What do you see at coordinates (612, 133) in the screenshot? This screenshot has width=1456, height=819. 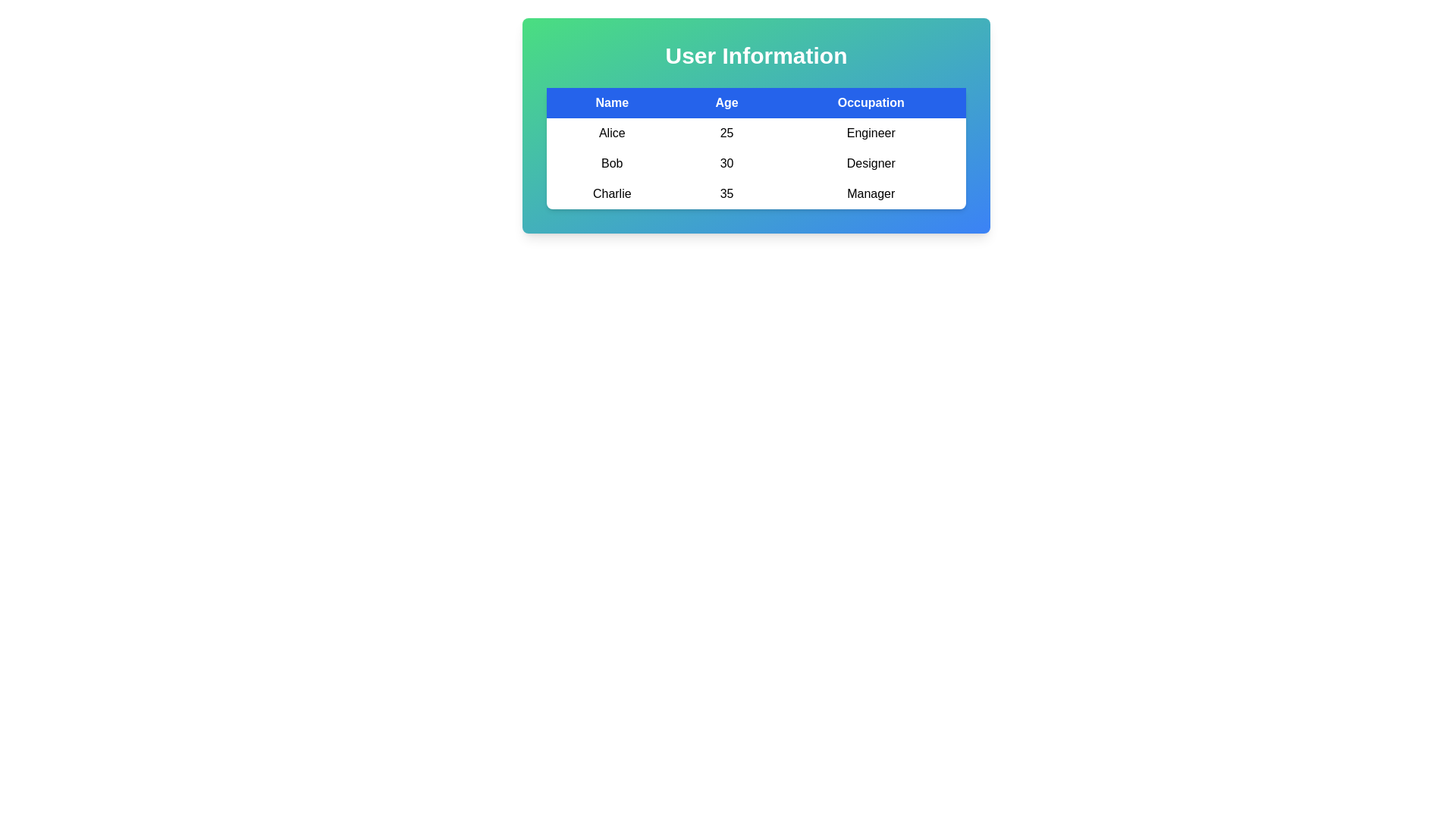 I see `the table cell displaying the text 'Alice' in a bold font, located in the first row of the 'Name' column` at bounding box center [612, 133].